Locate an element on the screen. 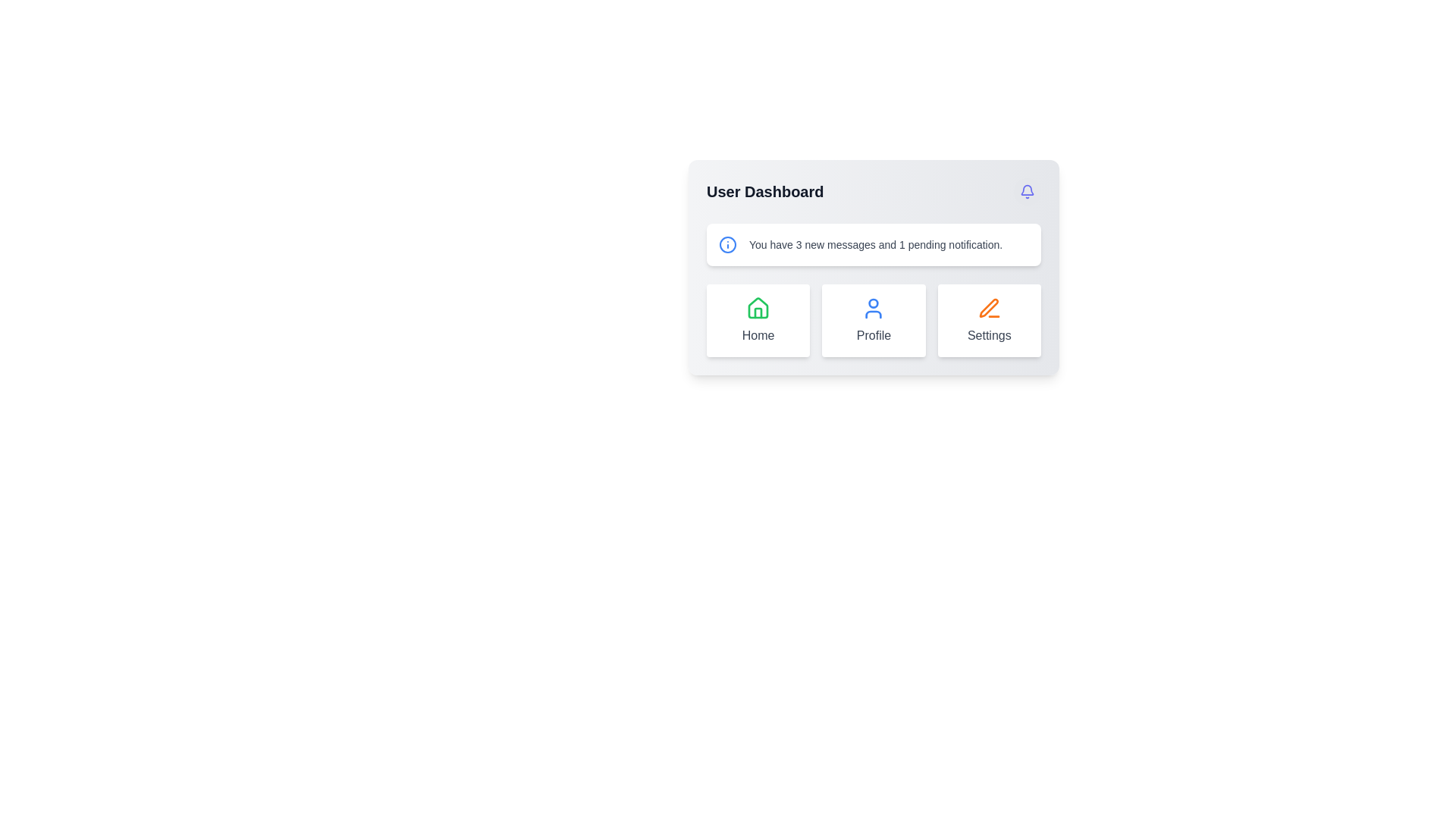 Image resolution: width=1456 pixels, height=819 pixels. text content of the 'Home' section label, which is positioned below a green house-shaped icon on the user dashboard is located at coordinates (758, 335).